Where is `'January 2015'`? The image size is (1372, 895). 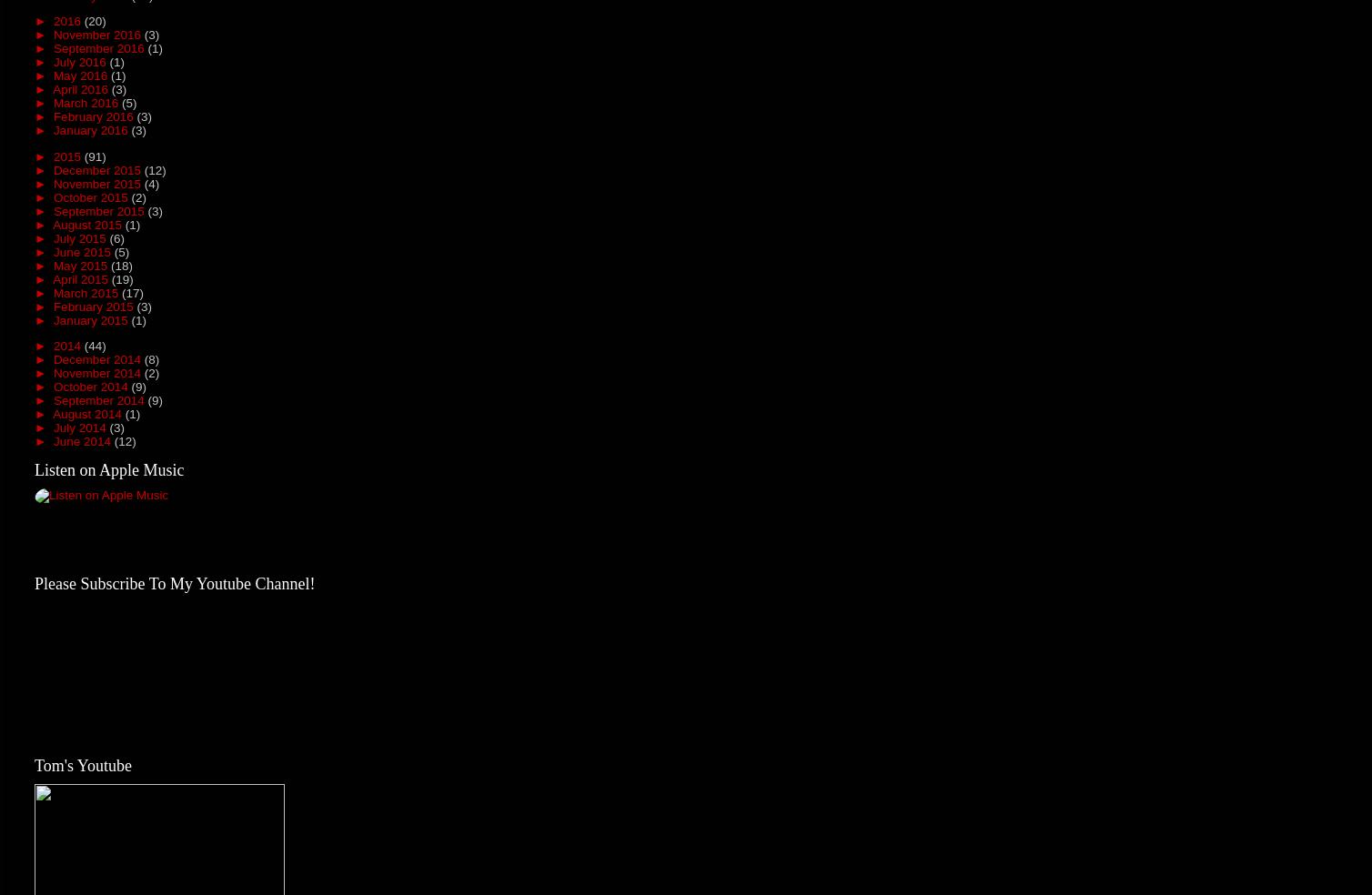
'January 2015' is located at coordinates (53, 318).